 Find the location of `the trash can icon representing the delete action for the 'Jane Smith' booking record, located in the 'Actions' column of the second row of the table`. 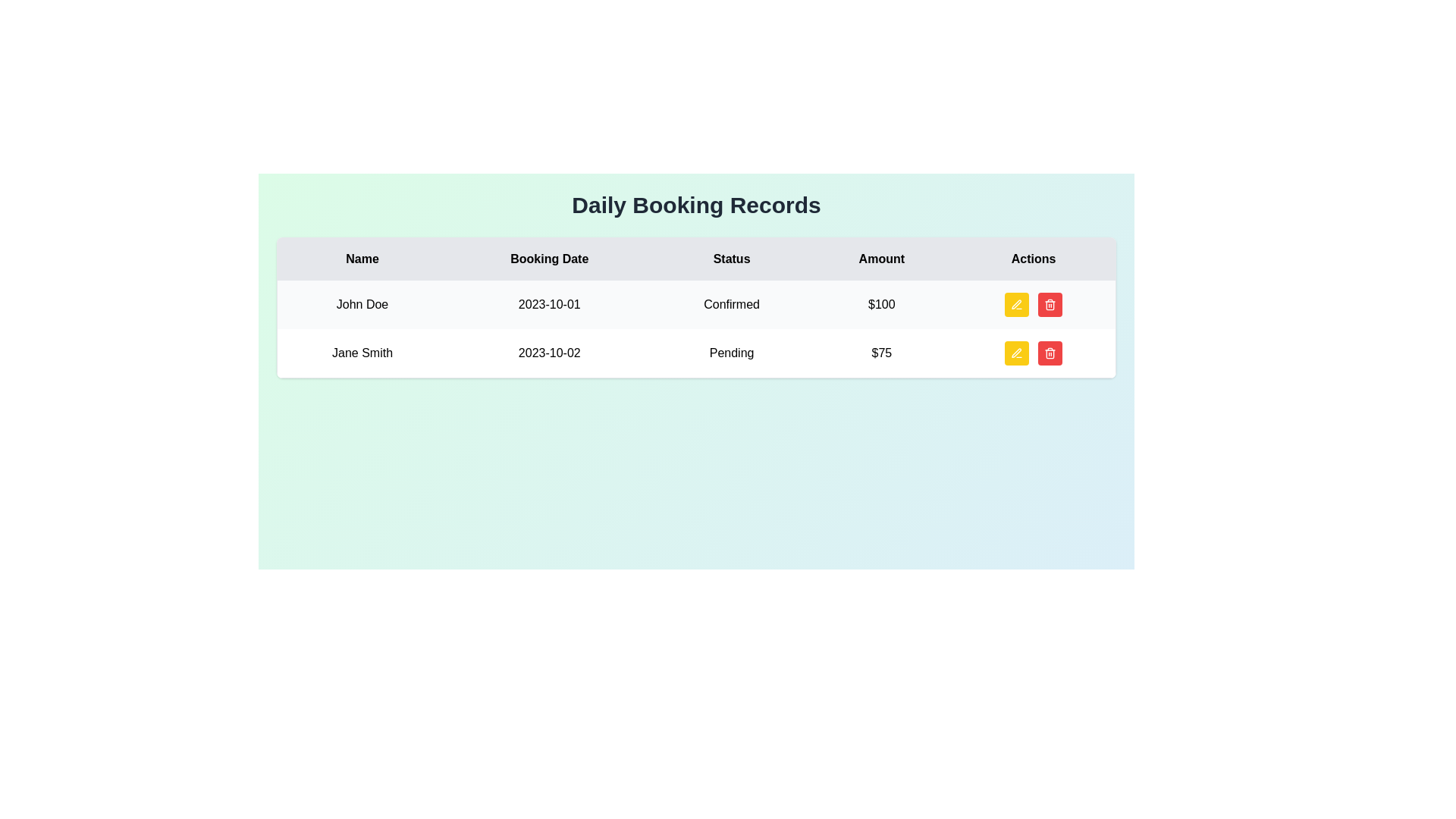

the trash can icon representing the delete action for the 'Jane Smith' booking record, located in the 'Actions' column of the second row of the table is located at coordinates (1050, 354).